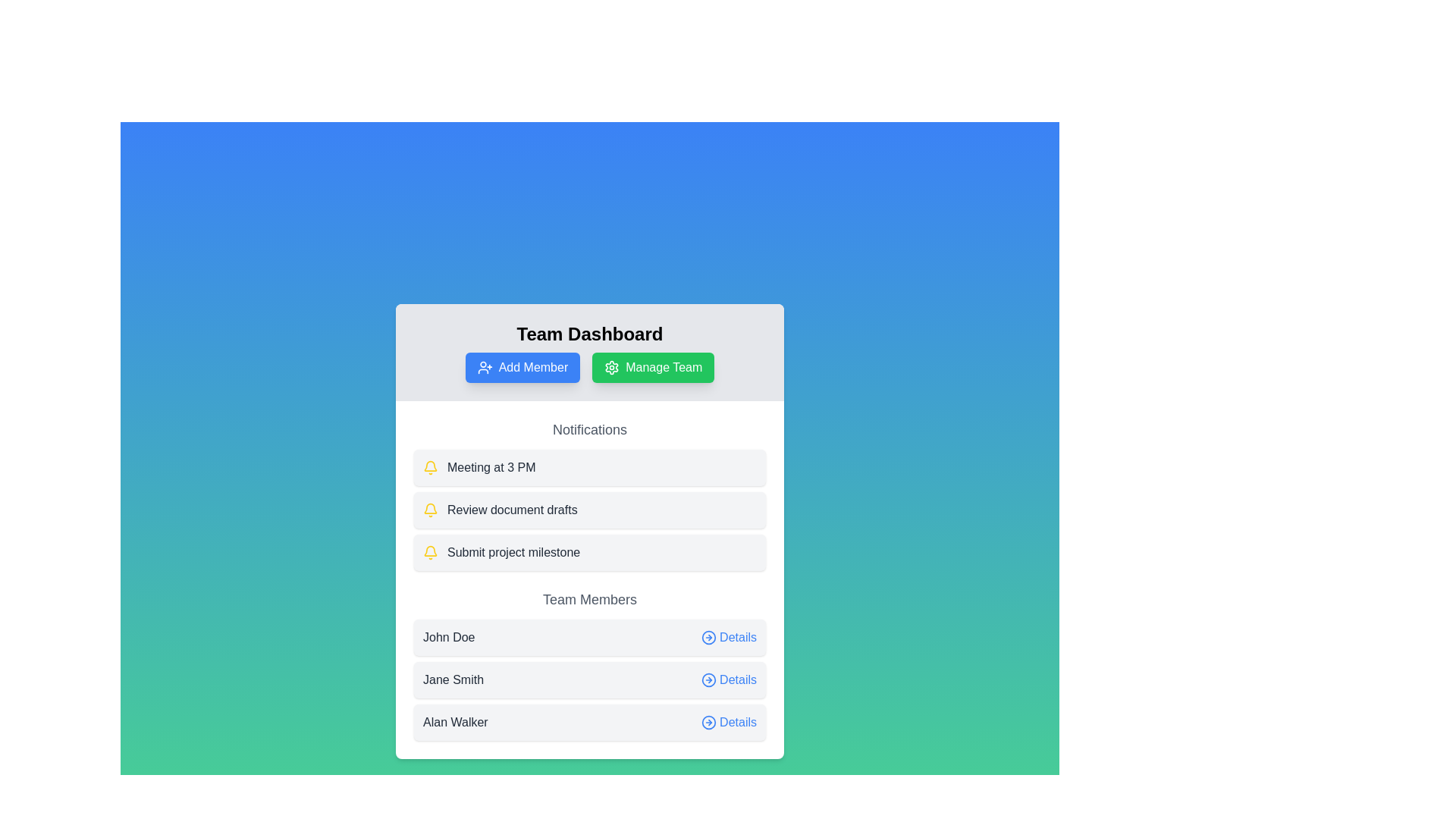  I want to click on the 'Details' button located, so click(729, 637).